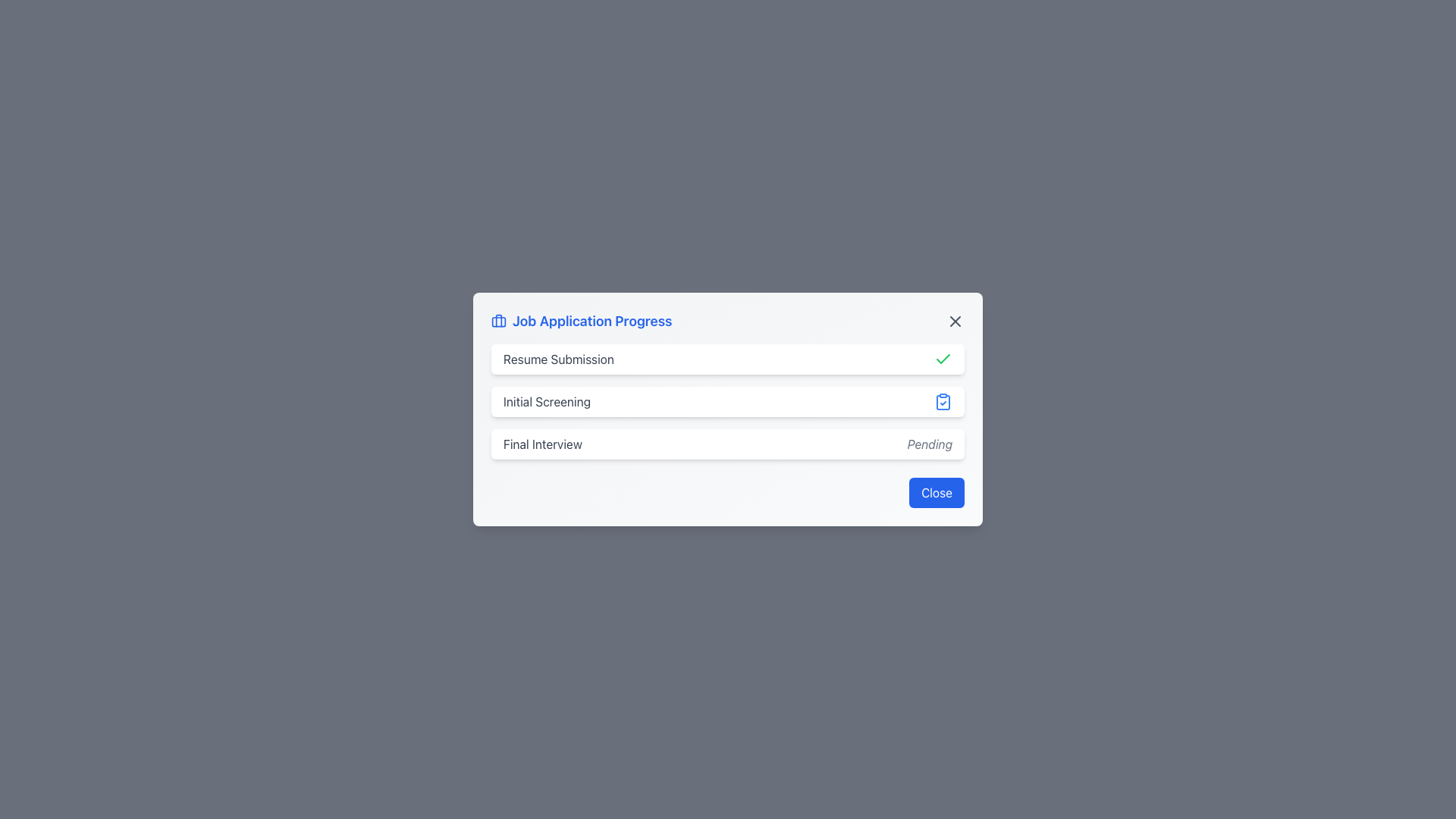  What do you see at coordinates (498, 321) in the screenshot?
I see `the 'Job Application Progress' icon, which is a briefcase symbol located at the top left of the popup component` at bounding box center [498, 321].